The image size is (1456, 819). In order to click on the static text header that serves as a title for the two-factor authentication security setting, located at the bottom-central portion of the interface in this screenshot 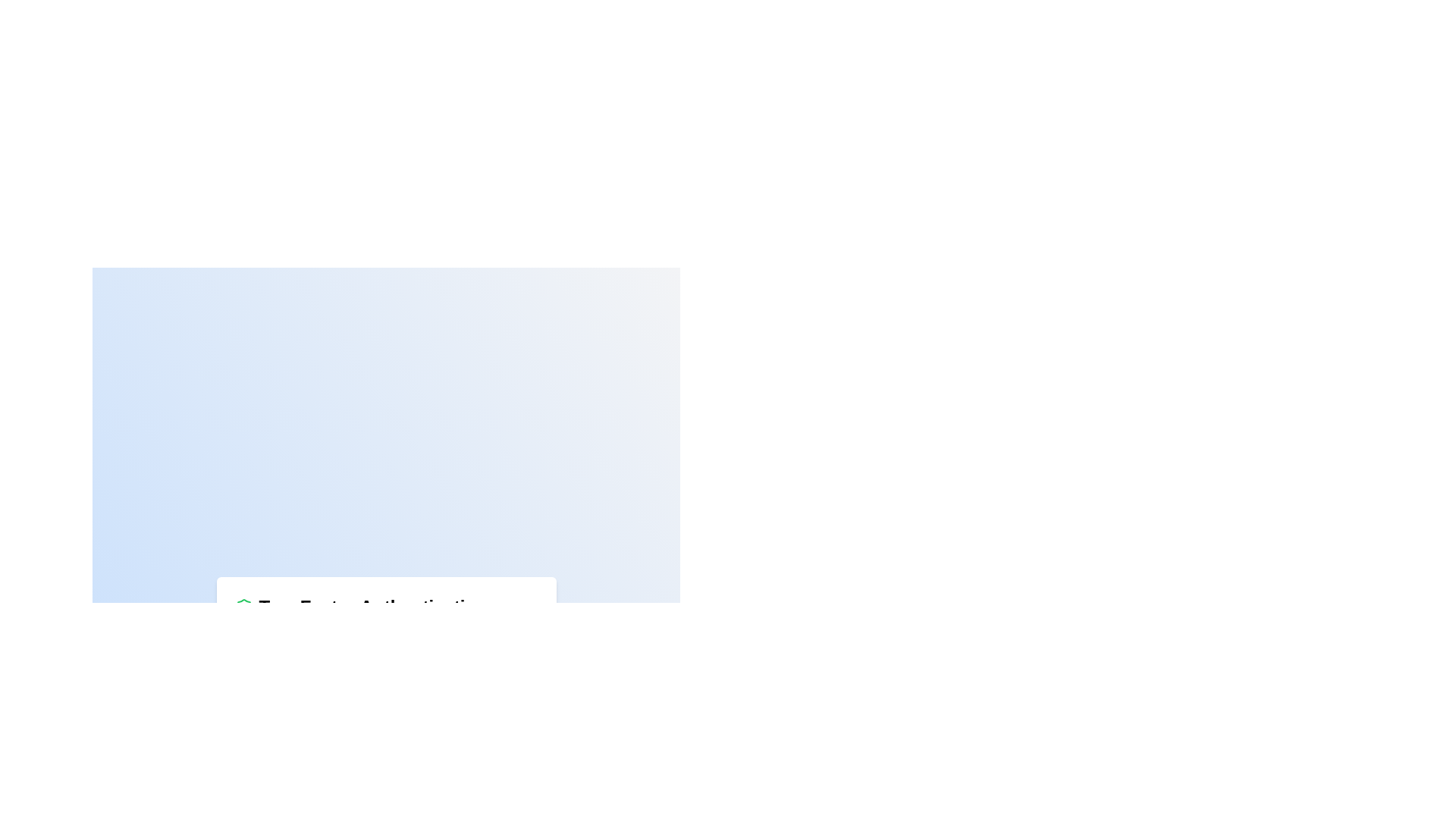, I will do `click(373, 606)`.